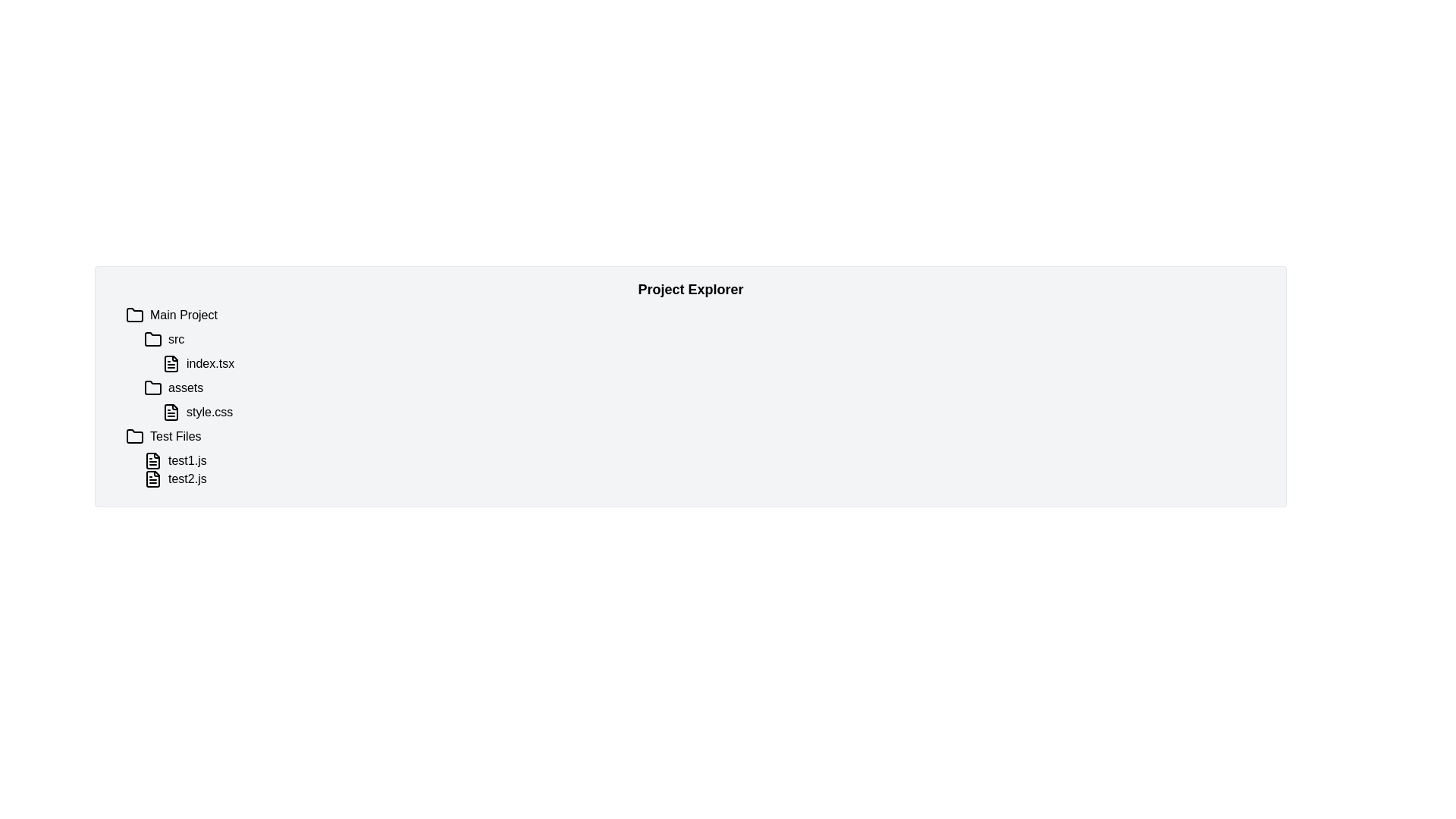 Image resolution: width=1456 pixels, height=819 pixels. What do you see at coordinates (171, 363) in the screenshot?
I see `the file icon representing 'index.tsx' from the 'src' folder` at bounding box center [171, 363].